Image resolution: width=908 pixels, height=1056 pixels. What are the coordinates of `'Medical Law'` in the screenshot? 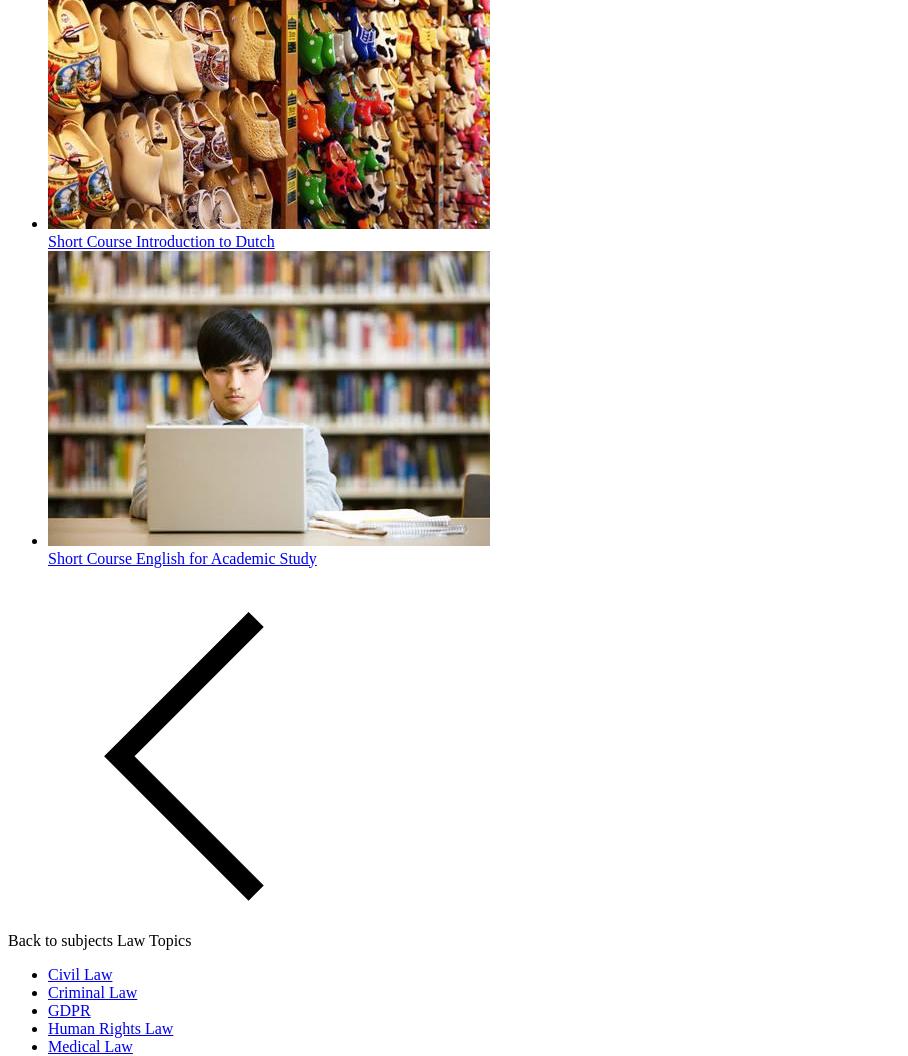 It's located at (88, 1044).